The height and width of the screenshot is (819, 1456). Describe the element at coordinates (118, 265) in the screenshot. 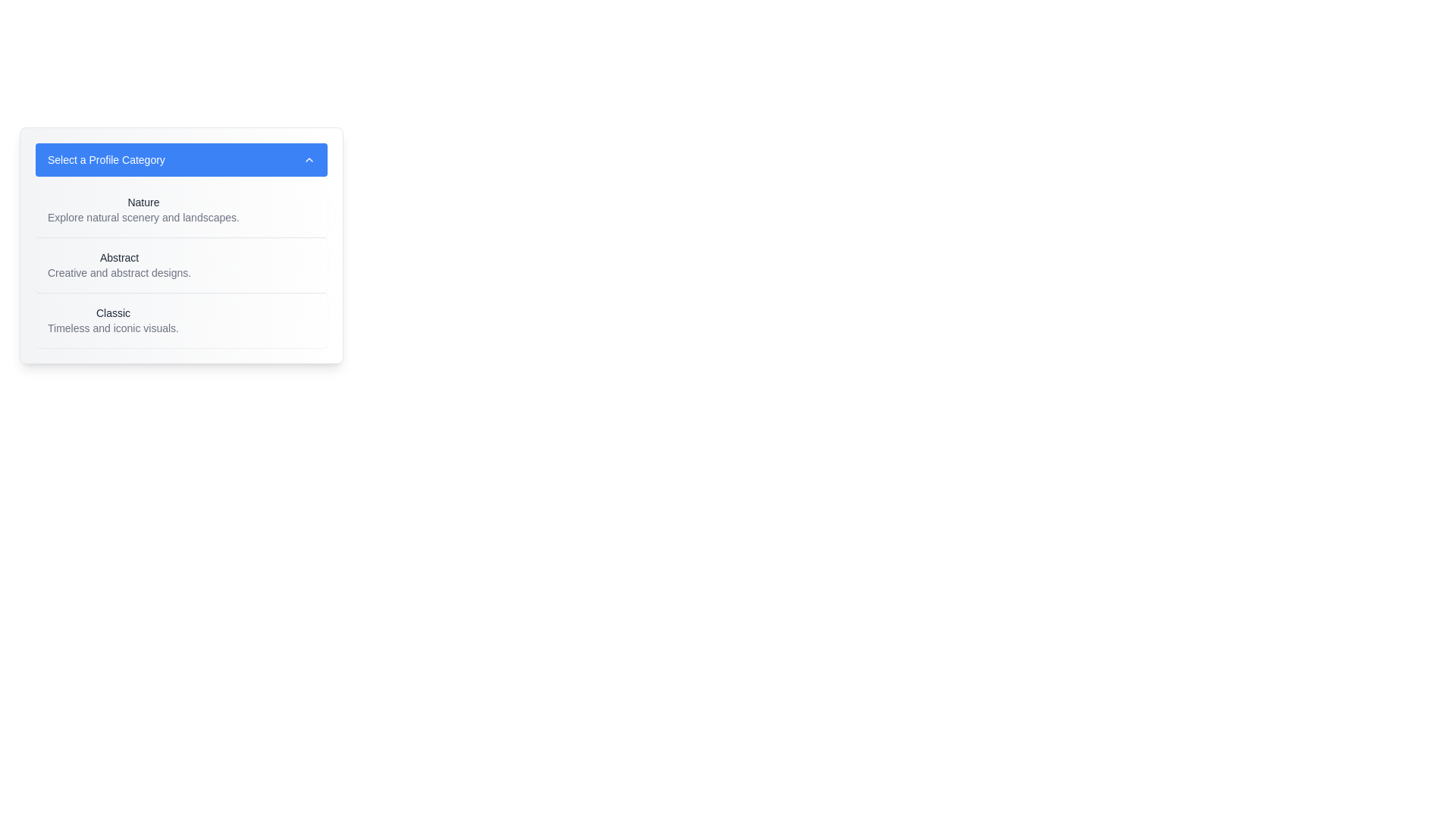

I see `the static text block with the header 'Abstract' and the description 'Creative and abstract designs.' located in the dropdown under 'Select a Profile Category'` at that location.